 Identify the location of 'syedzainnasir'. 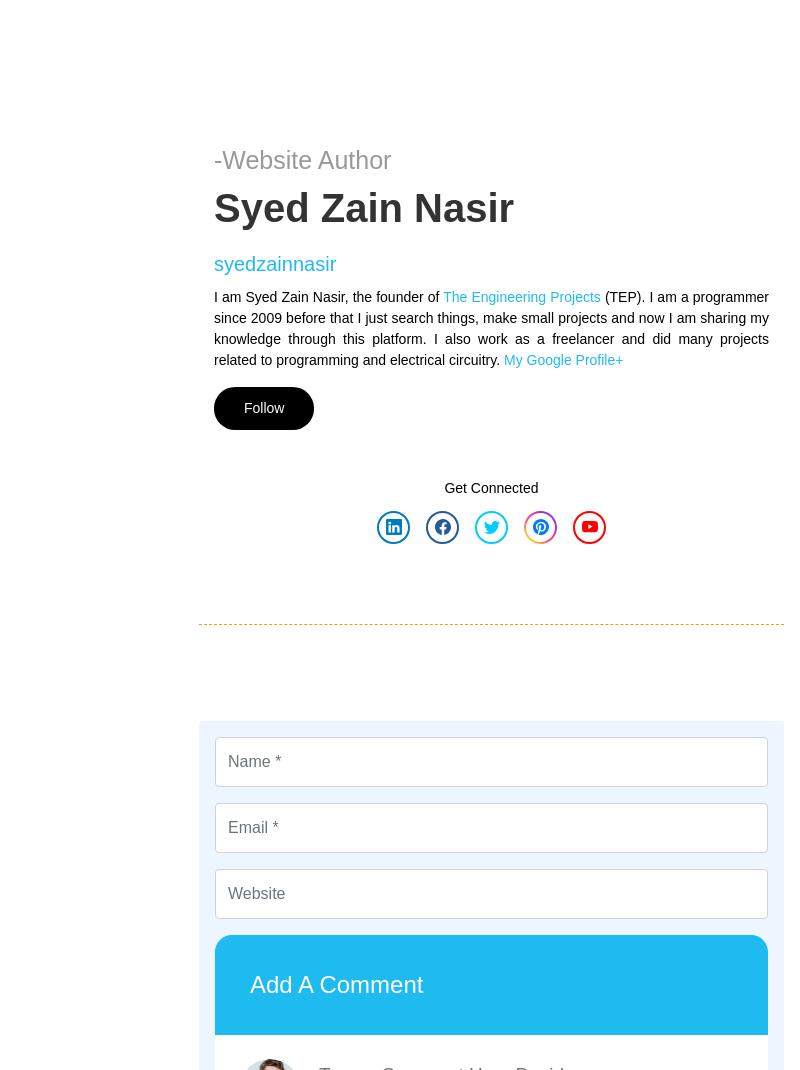
(214, 262).